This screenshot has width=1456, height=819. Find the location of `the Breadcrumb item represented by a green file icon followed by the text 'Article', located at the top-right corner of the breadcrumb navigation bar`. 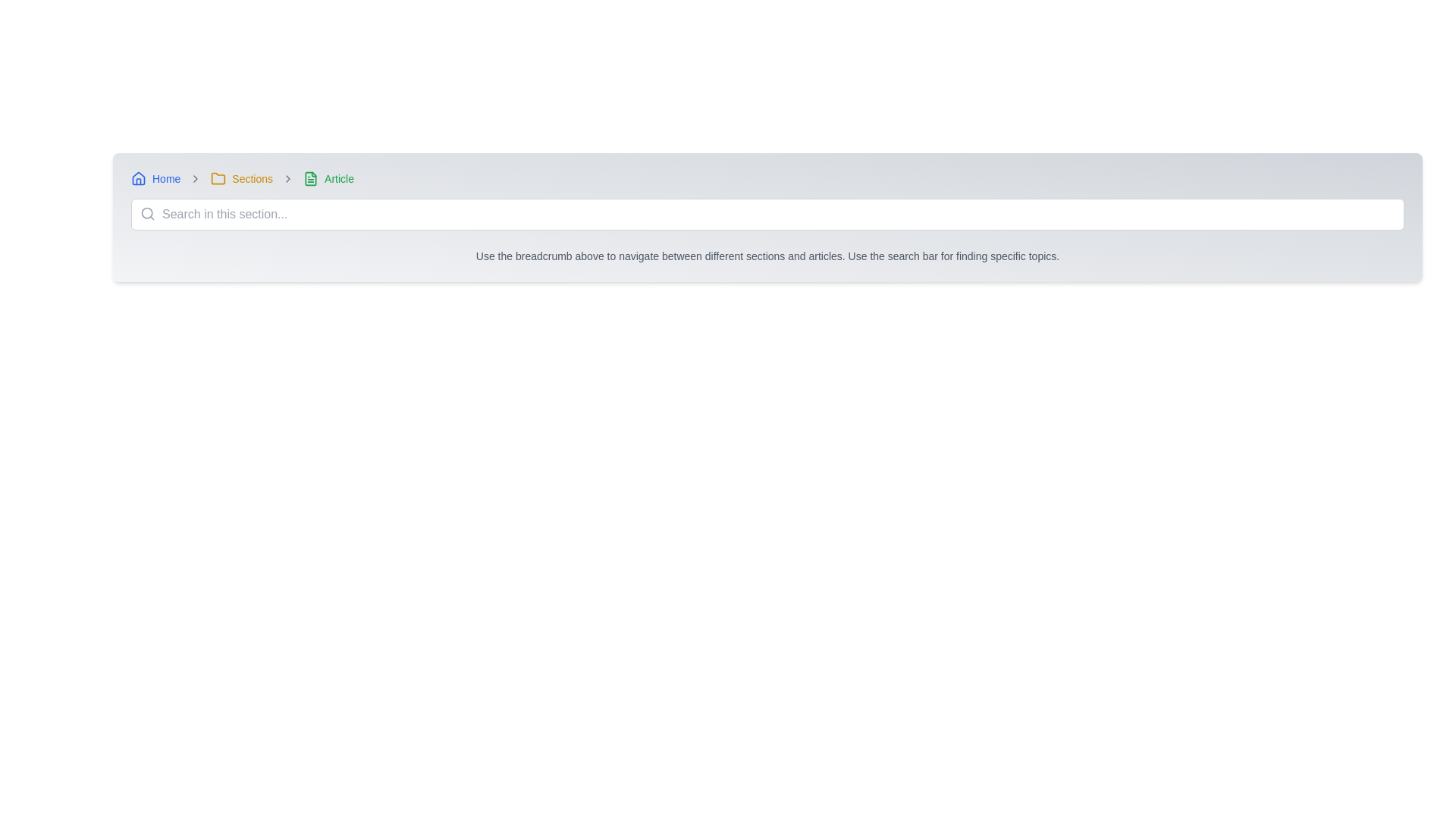

the Breadcrumb item represented by a green file icon followed by the text 'Article', located at the top-right corner of the breadcrumb navigation bar is located at coordinates (328, 177).